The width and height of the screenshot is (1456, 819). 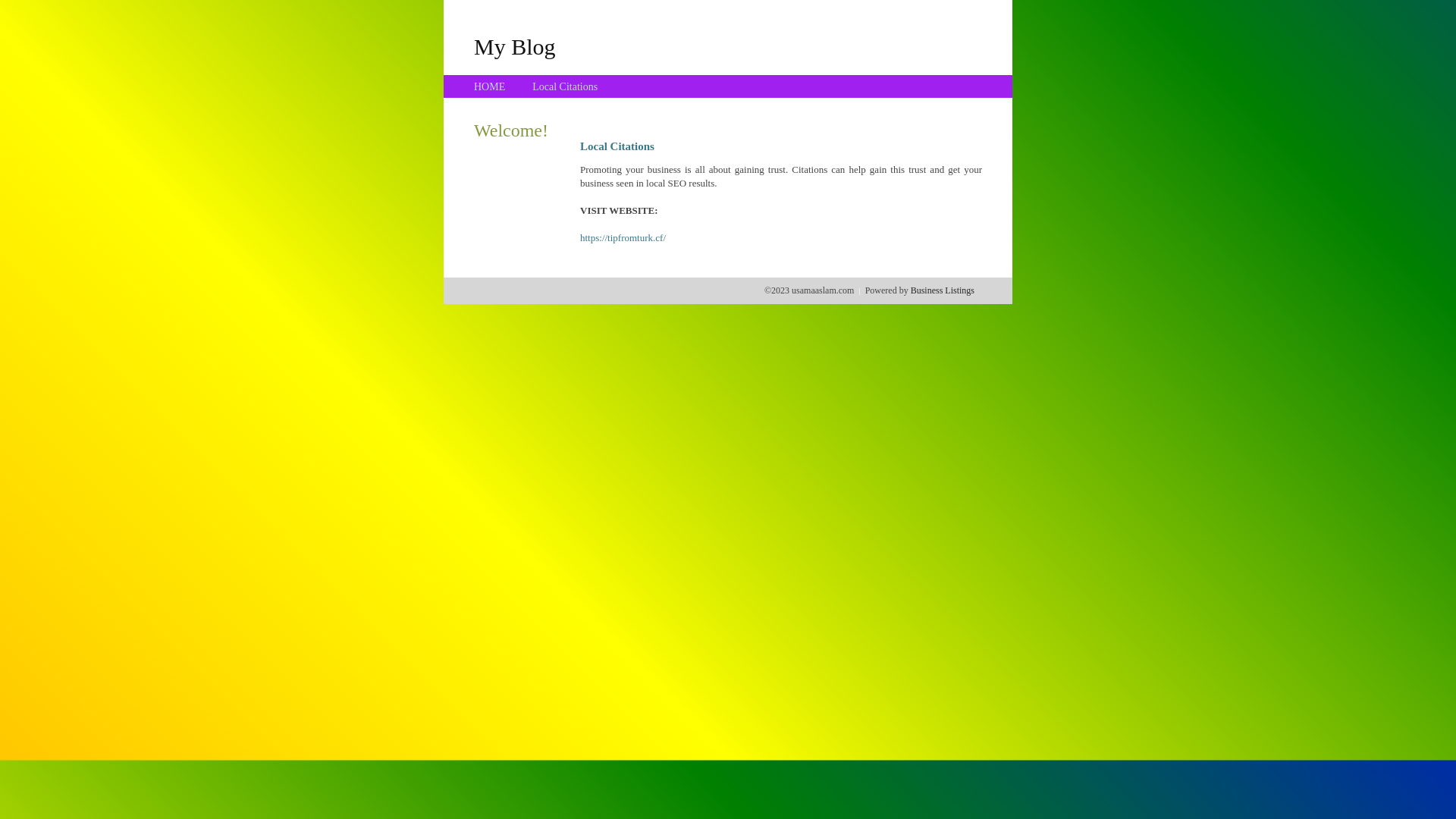 I want to click on 'Business Listings', so click(x=942, y=290).